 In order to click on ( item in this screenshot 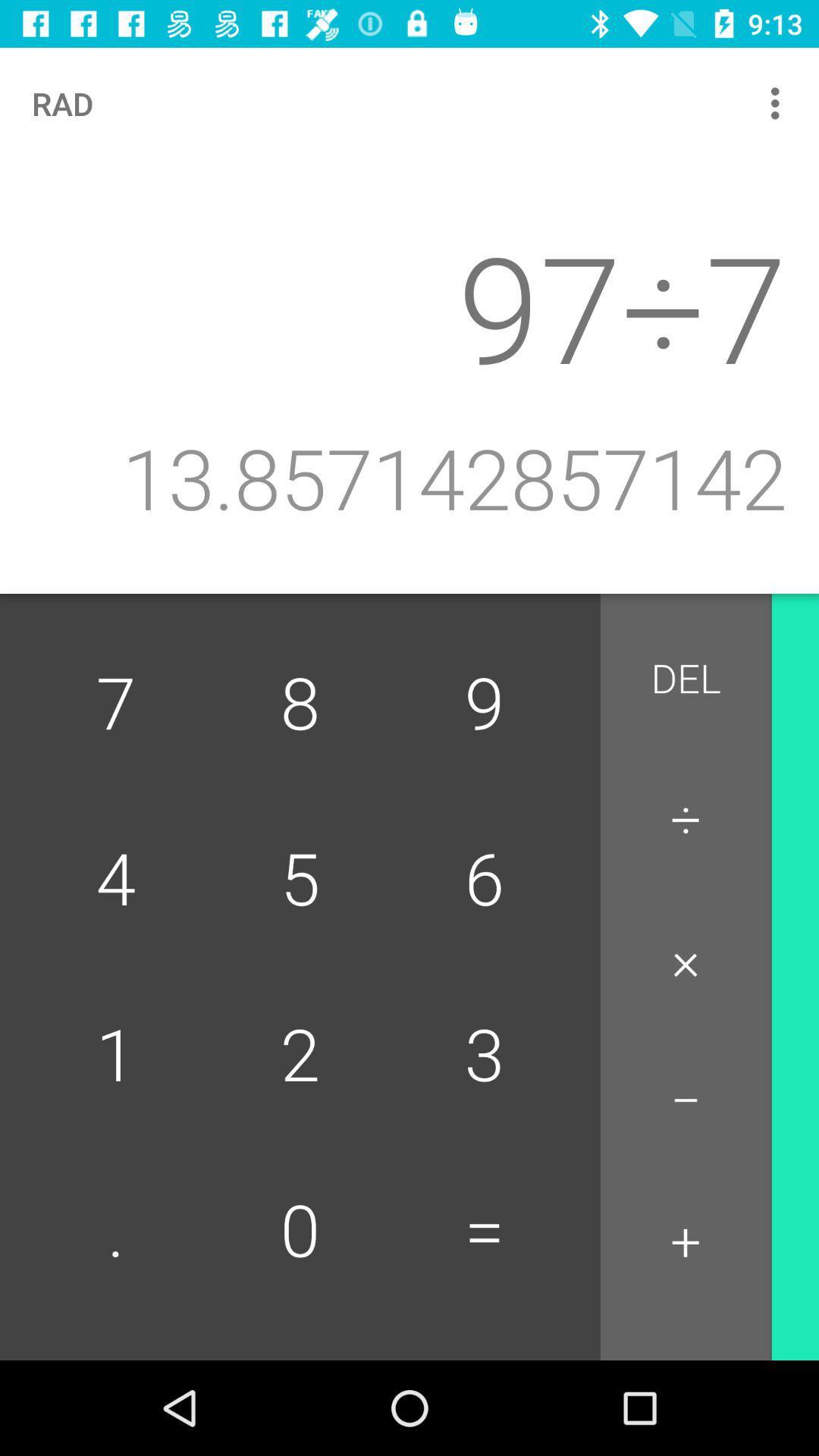, I will do `click(814, 1250)`.